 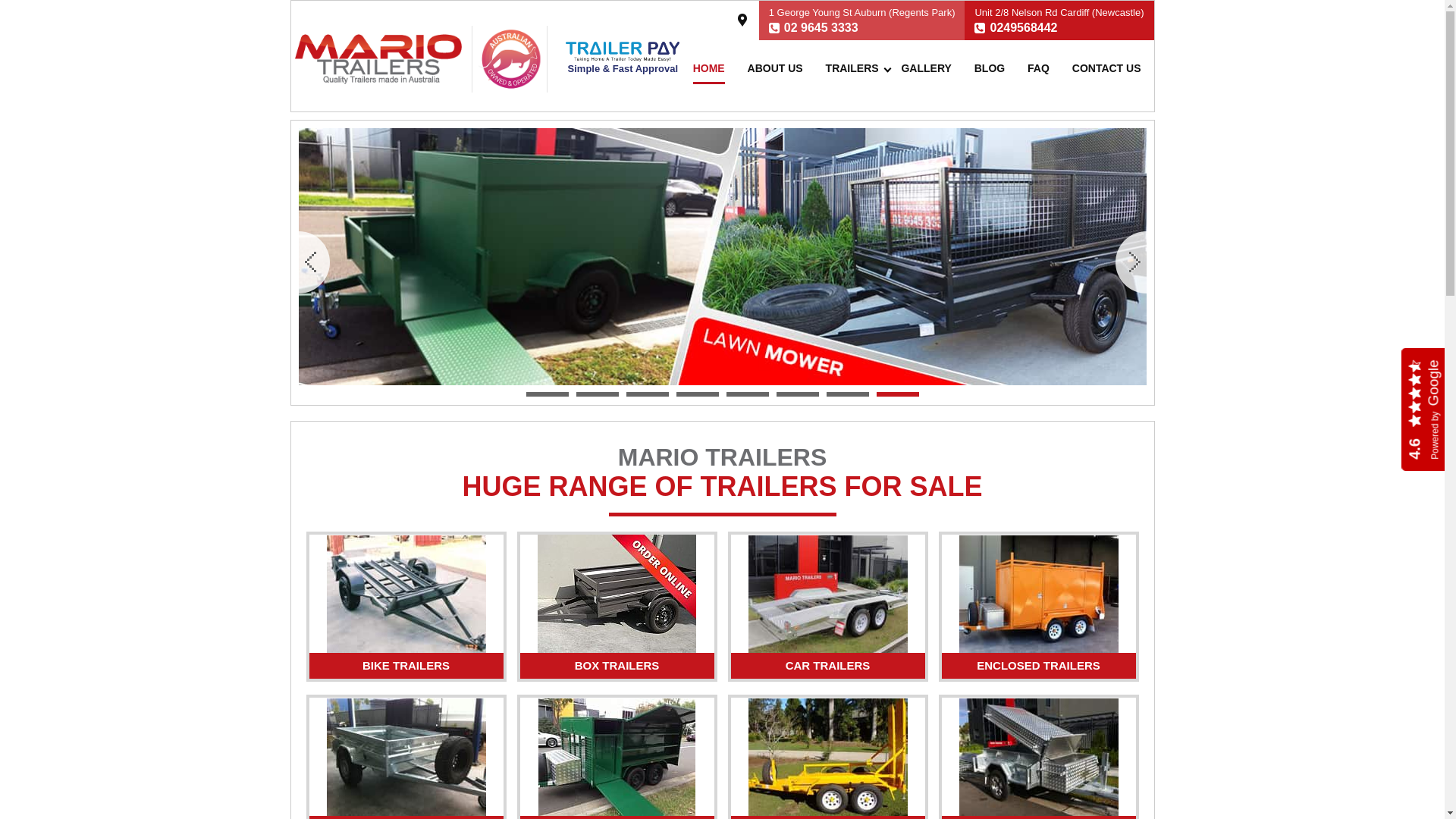 What do you see at coordinates (538, 593) in the screenshot?
I see `'Box  Trailers'` at bounding box center [538, 593].